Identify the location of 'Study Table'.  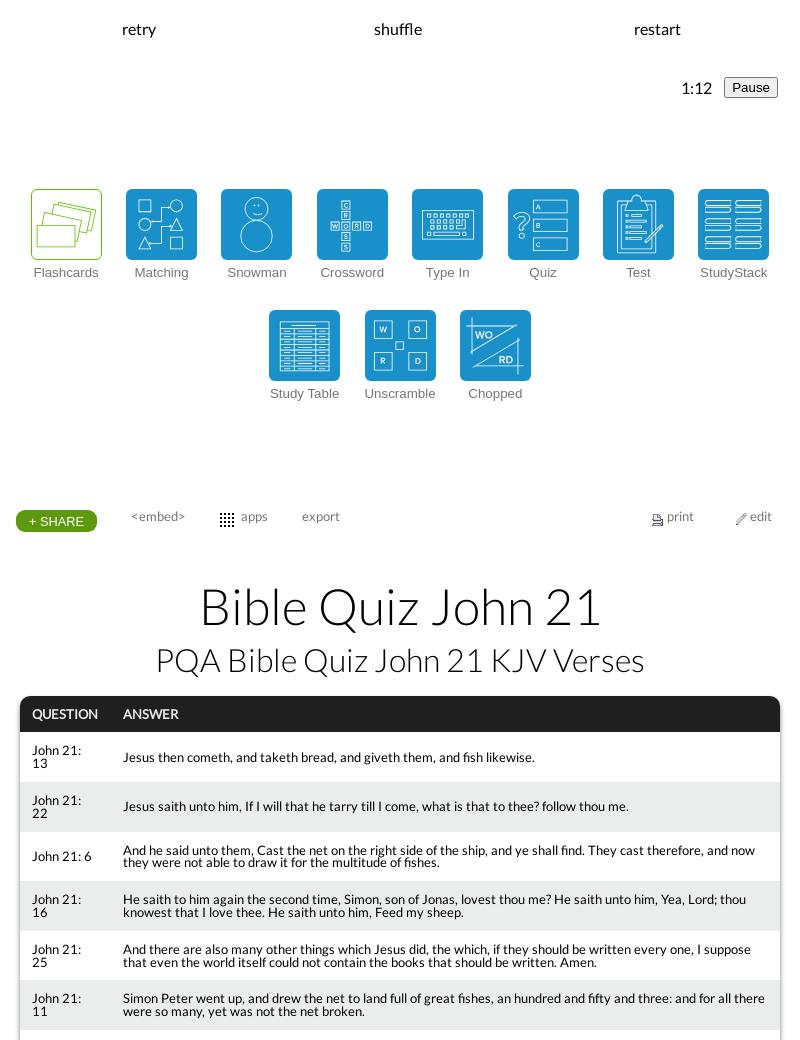
(303, 392).